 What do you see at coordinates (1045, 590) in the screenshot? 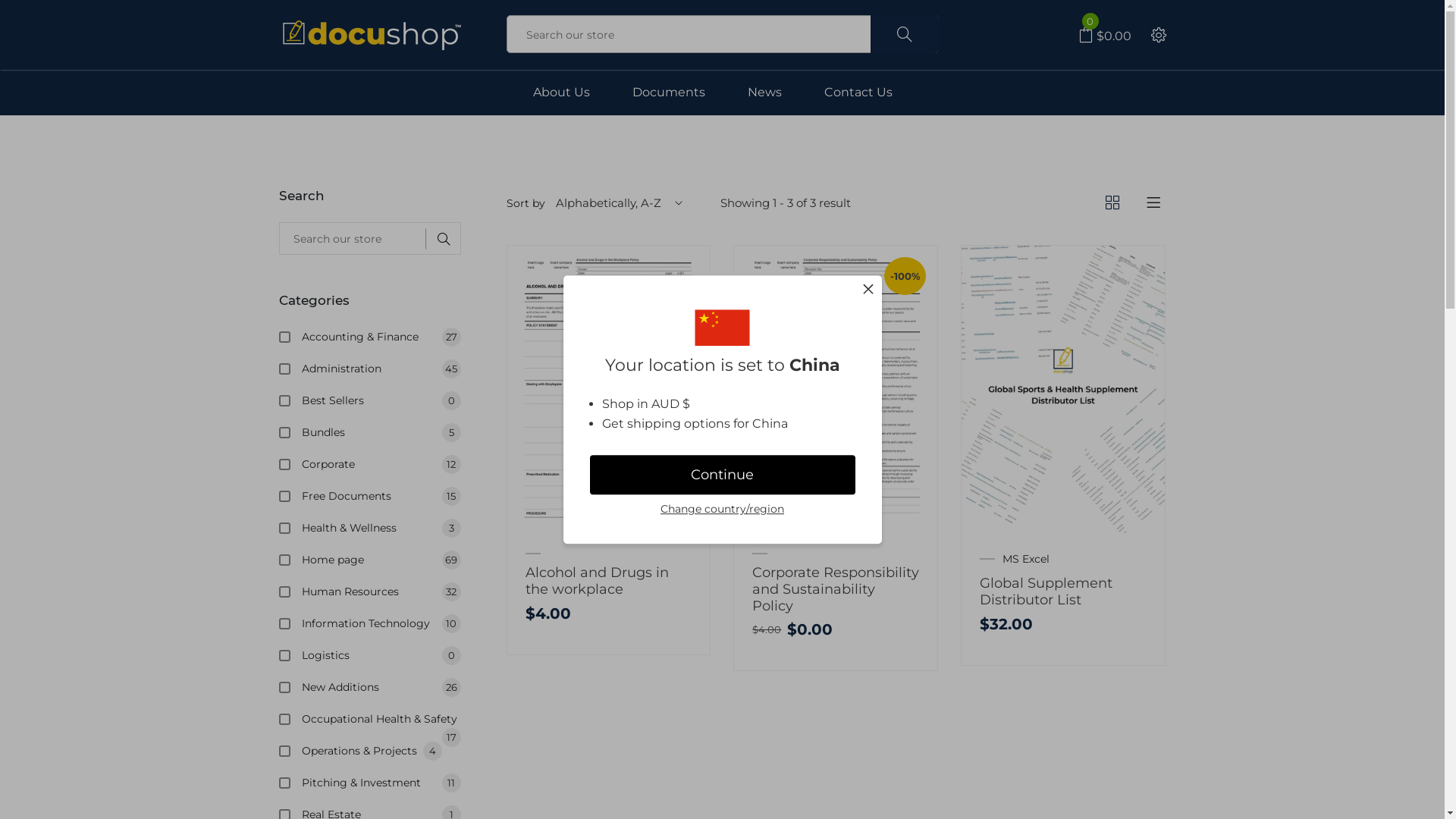
I see `'Global Supplement Distributor List'` at bounding box center [1045, 590].